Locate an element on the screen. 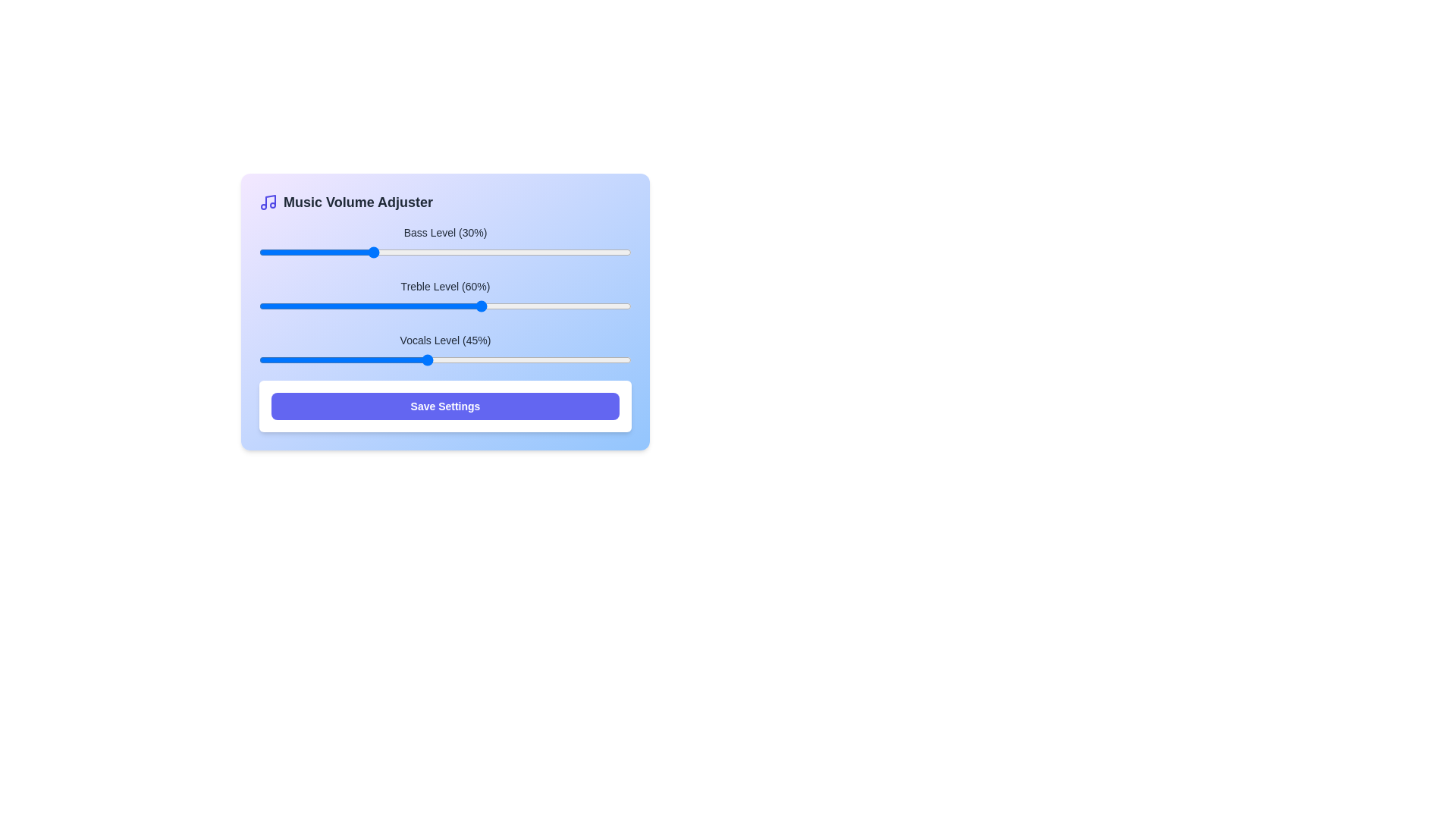 The height and width of the screenshot is (819, 1456). the Vocals Level slider is located at coordinates (546, 359).